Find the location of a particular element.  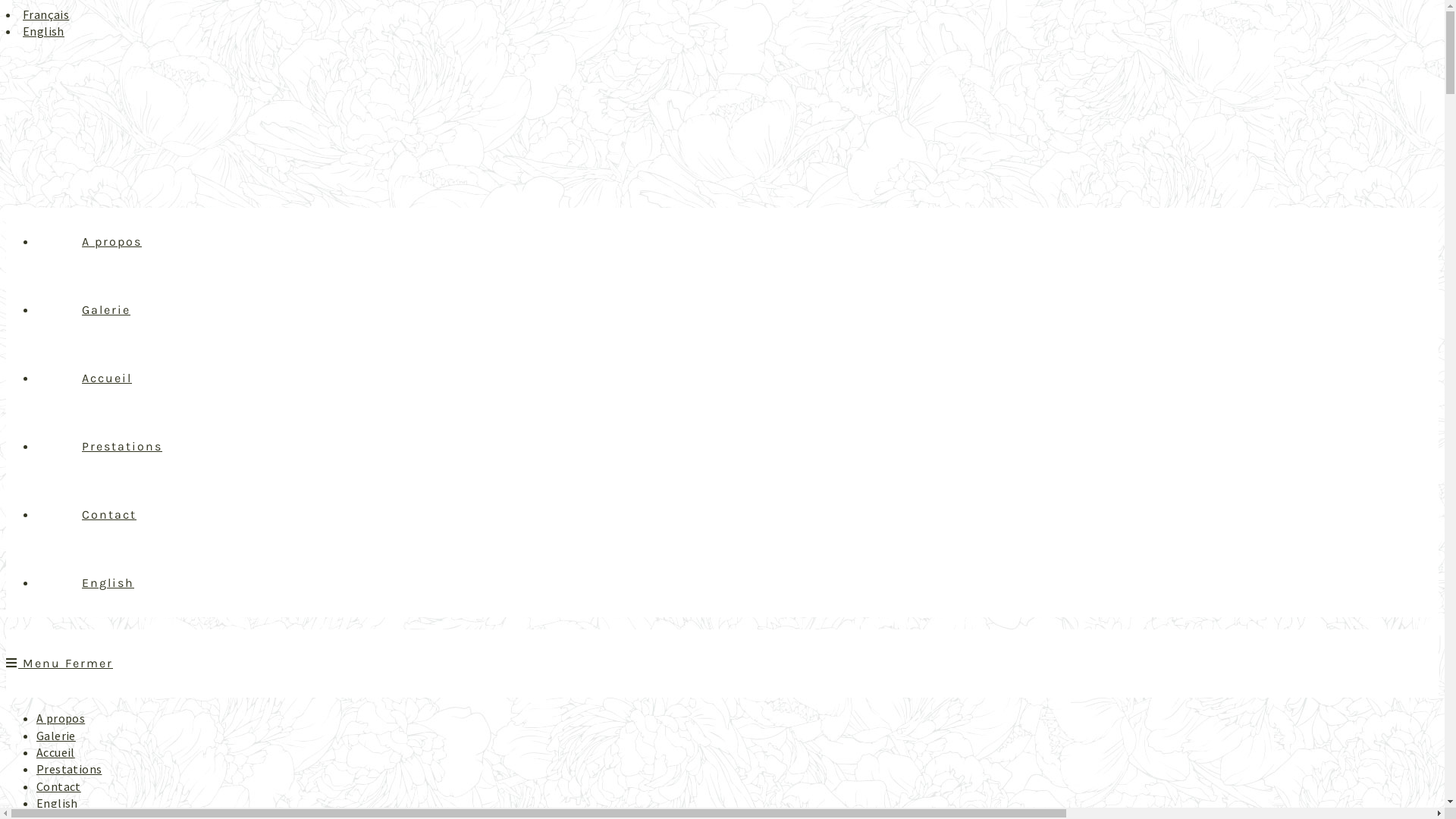

'Menu Fermer' is located at coordinates (59, 662).